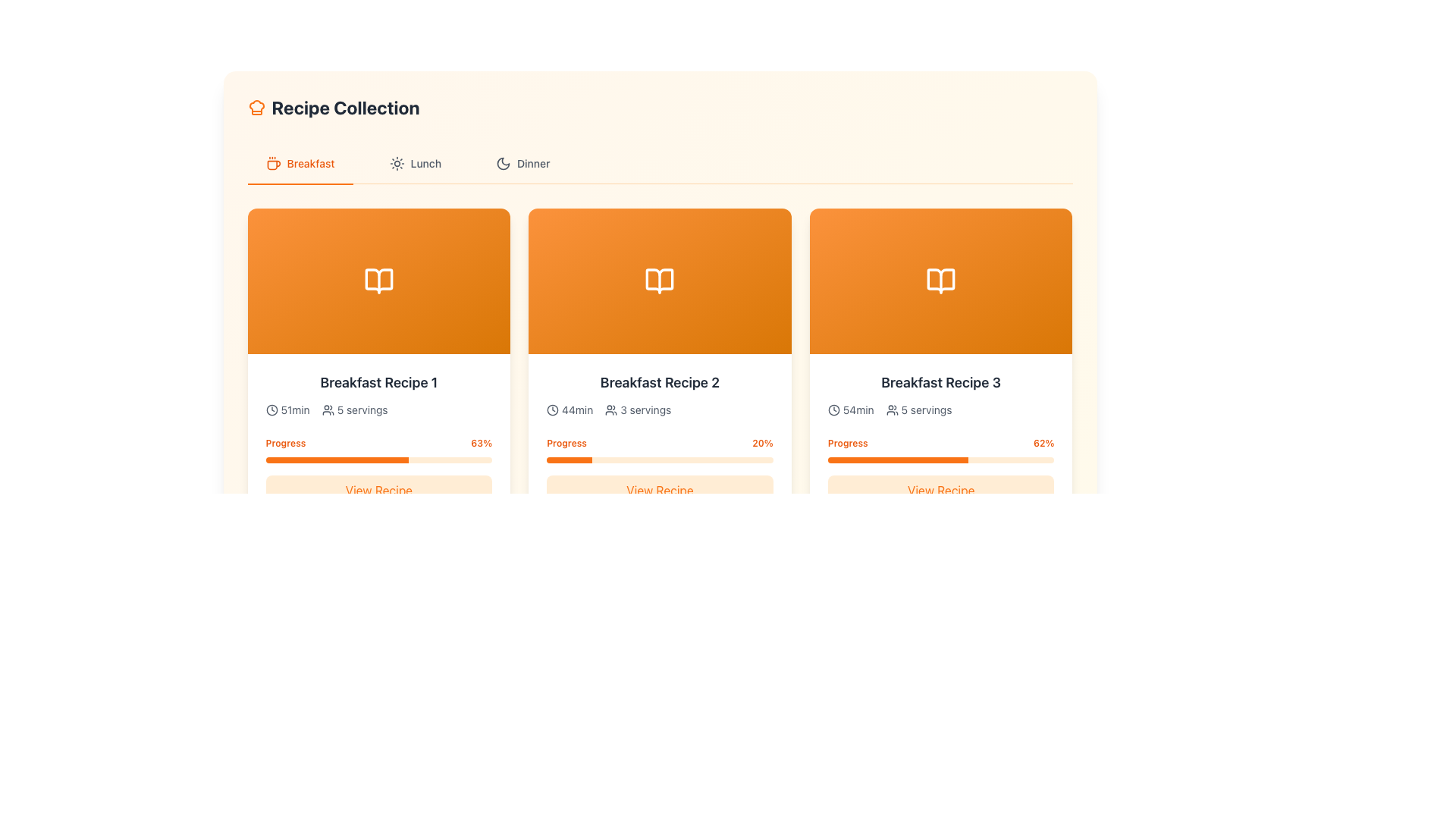  Describe the element at coordinates (1043, 444) in the screenshot. I see `the text label displaying '62%' in bold orange style, located in the top right corner of the 'Breakfast Recipe 3' card, adjacent to the progress bar` at that location.